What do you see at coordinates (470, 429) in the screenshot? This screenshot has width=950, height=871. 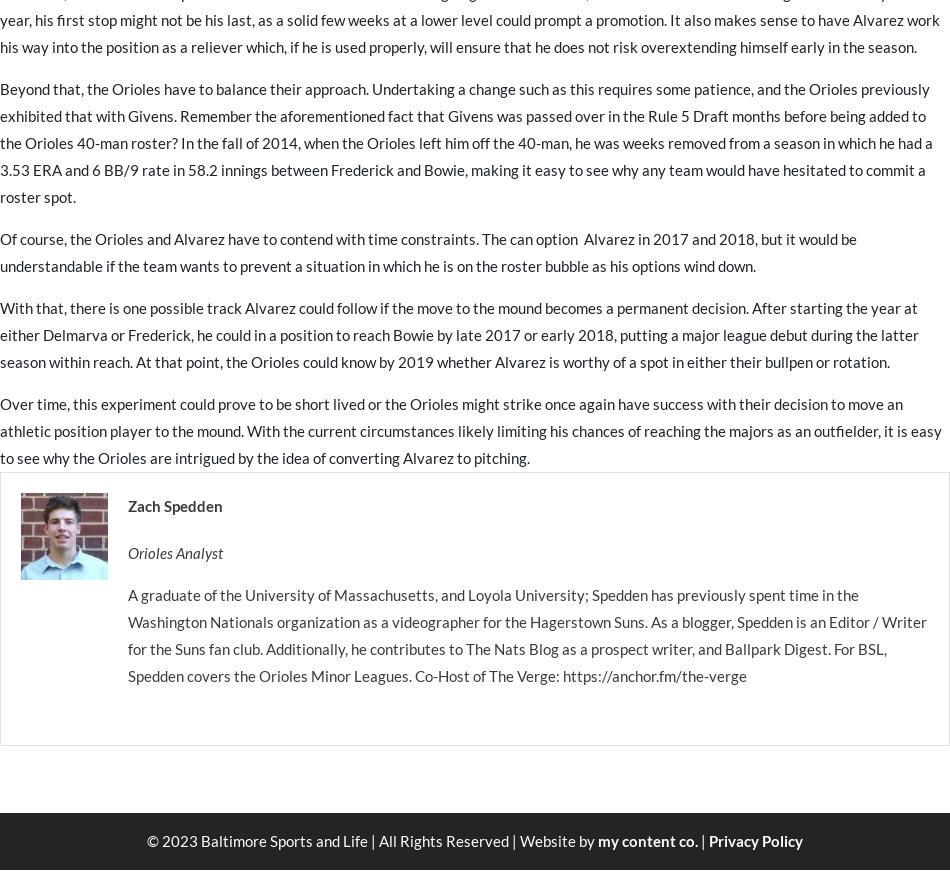 I see `'Over time, this experiment could prove to be short lived or the Orioles might strike once again have success with their decision to move an athletic position player to the mound. With the current circumstances likely limiting his chances of reaching the majors as an outfielder, it is easy to see why the Orioles are intrigued by the idea of converting Alvarez to pitching.'` at bounding box center [470, 429].